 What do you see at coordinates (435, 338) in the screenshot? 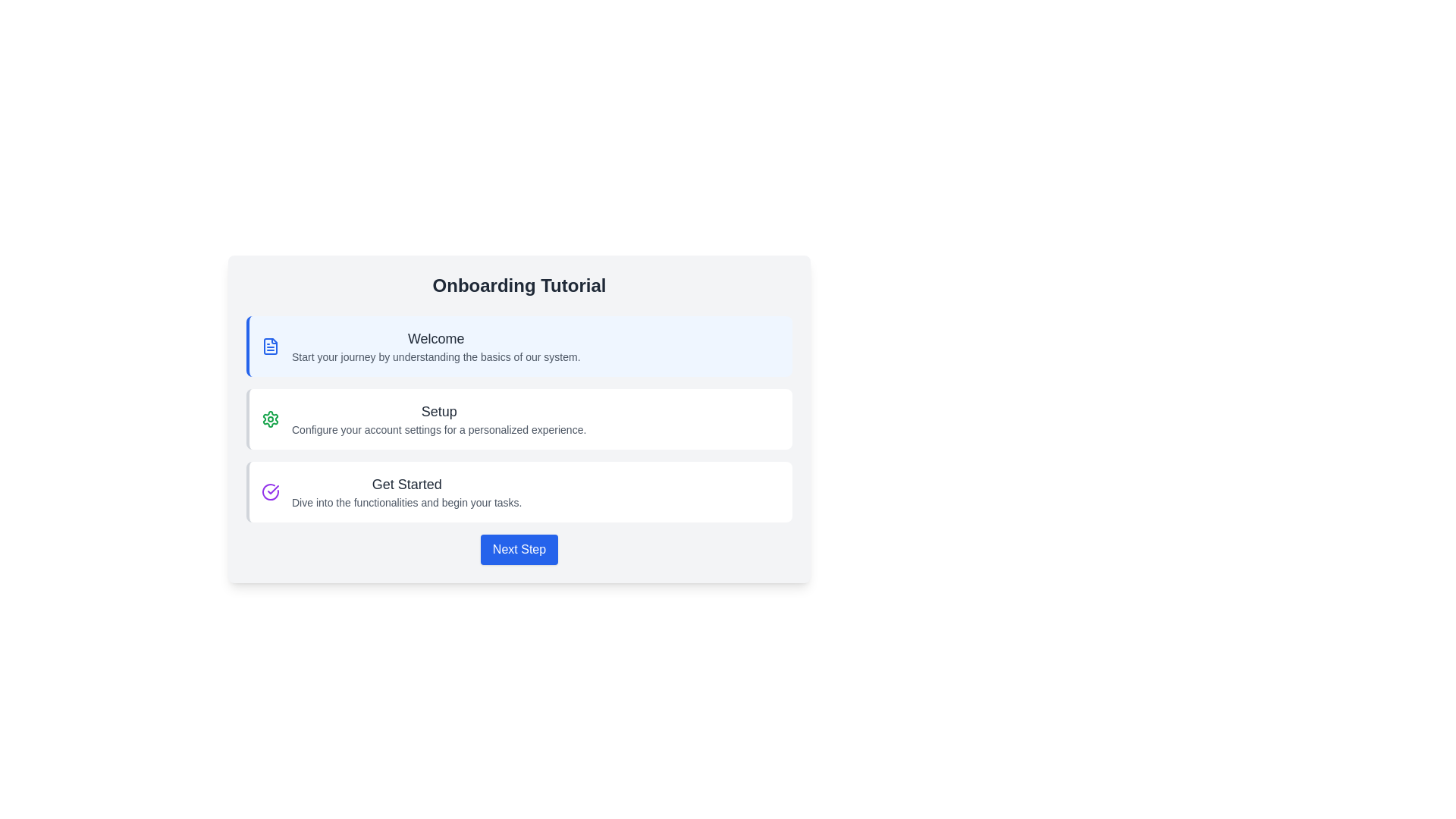
I see `the title header element that introduces users to the system, located above the text 'Start your journey by understanding the basics of our system.'` at bounding box center [435, 338].